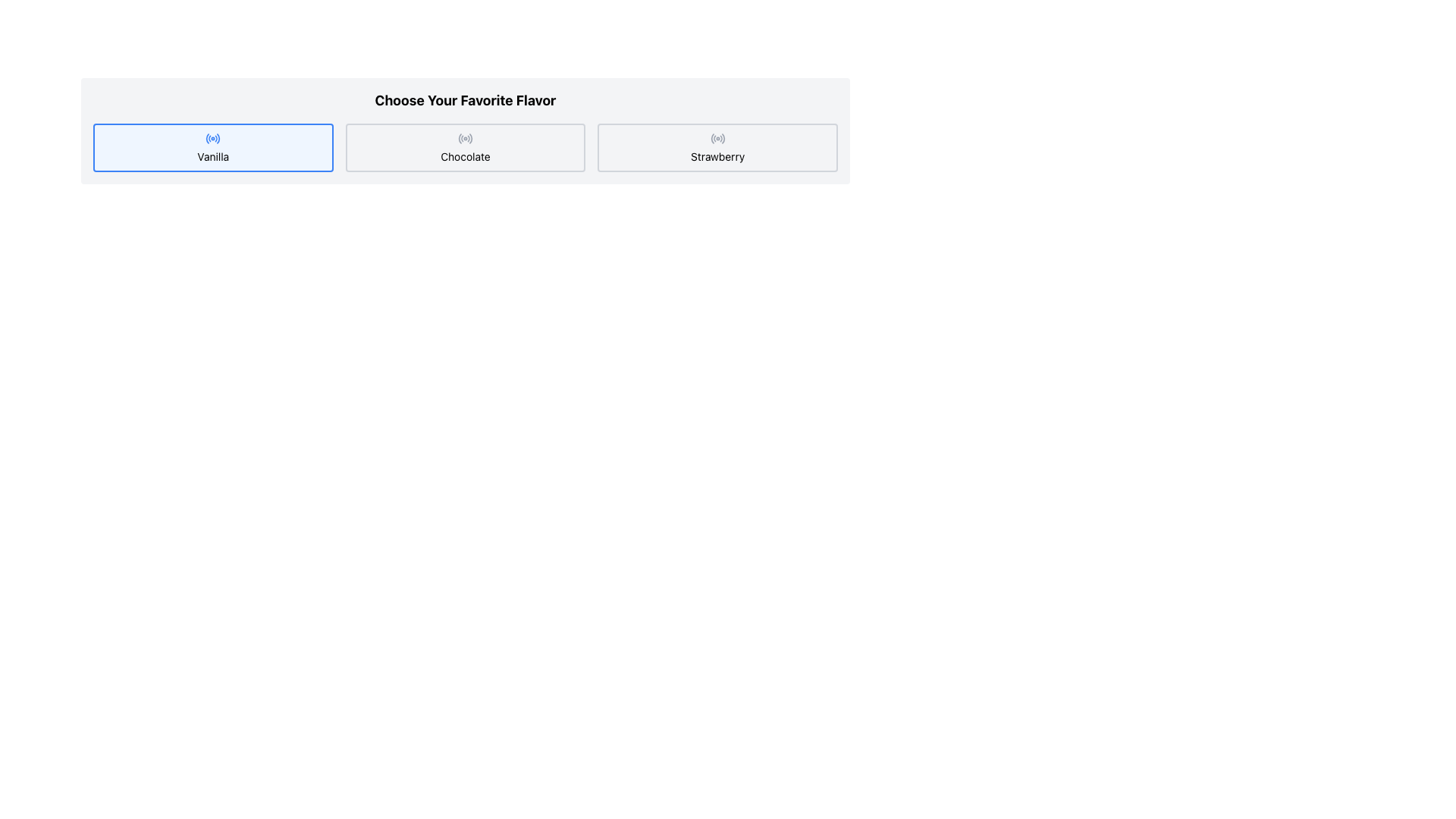 This screenshot has width=1456, height=819. I want to click on the Chocolate button, which is positioned in the middle column of a three-column grid, so click(465, 148).